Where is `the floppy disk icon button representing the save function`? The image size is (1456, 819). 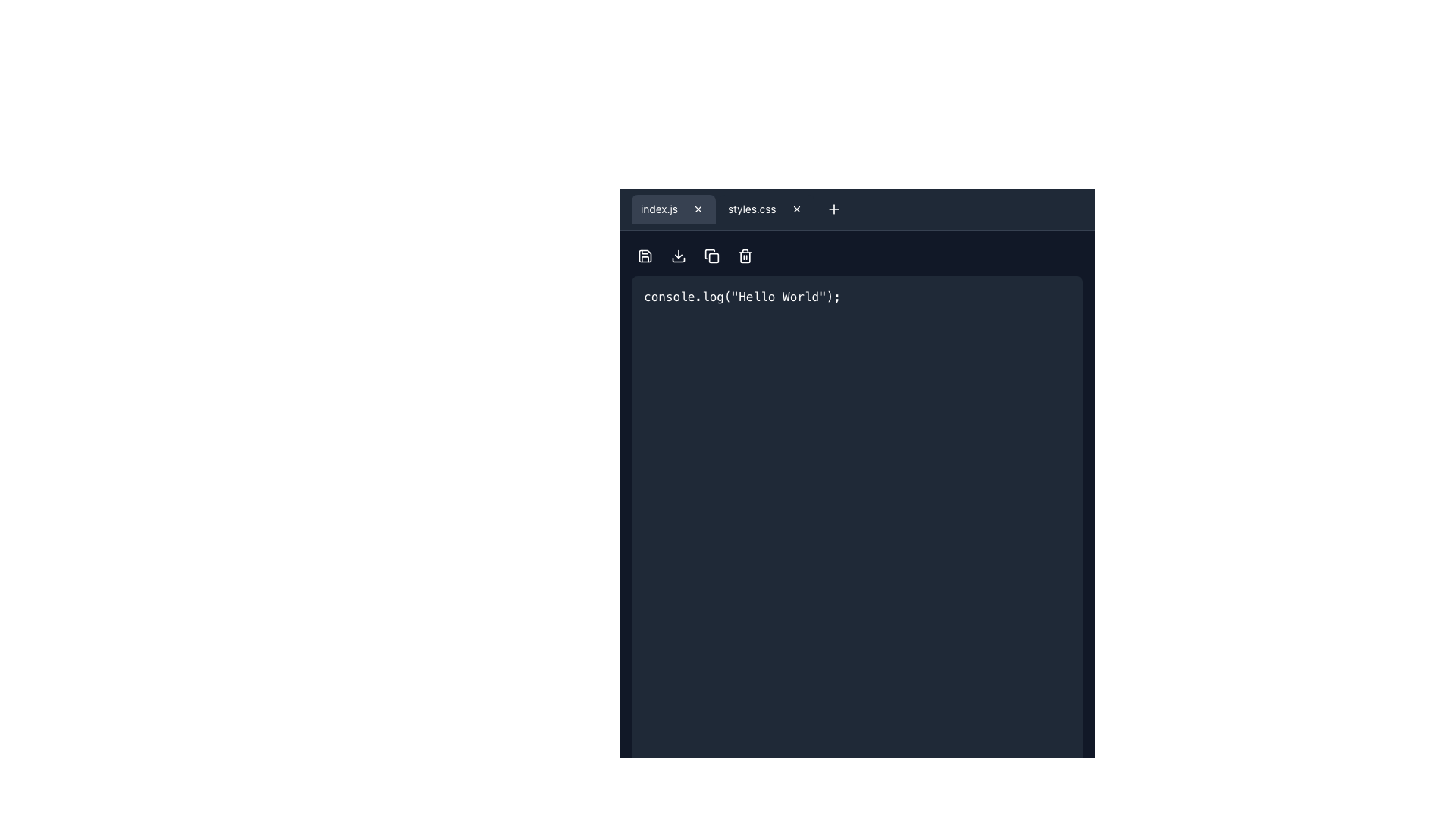 the floppy disk icon button representing the save function is located at coordinates (645, 256).